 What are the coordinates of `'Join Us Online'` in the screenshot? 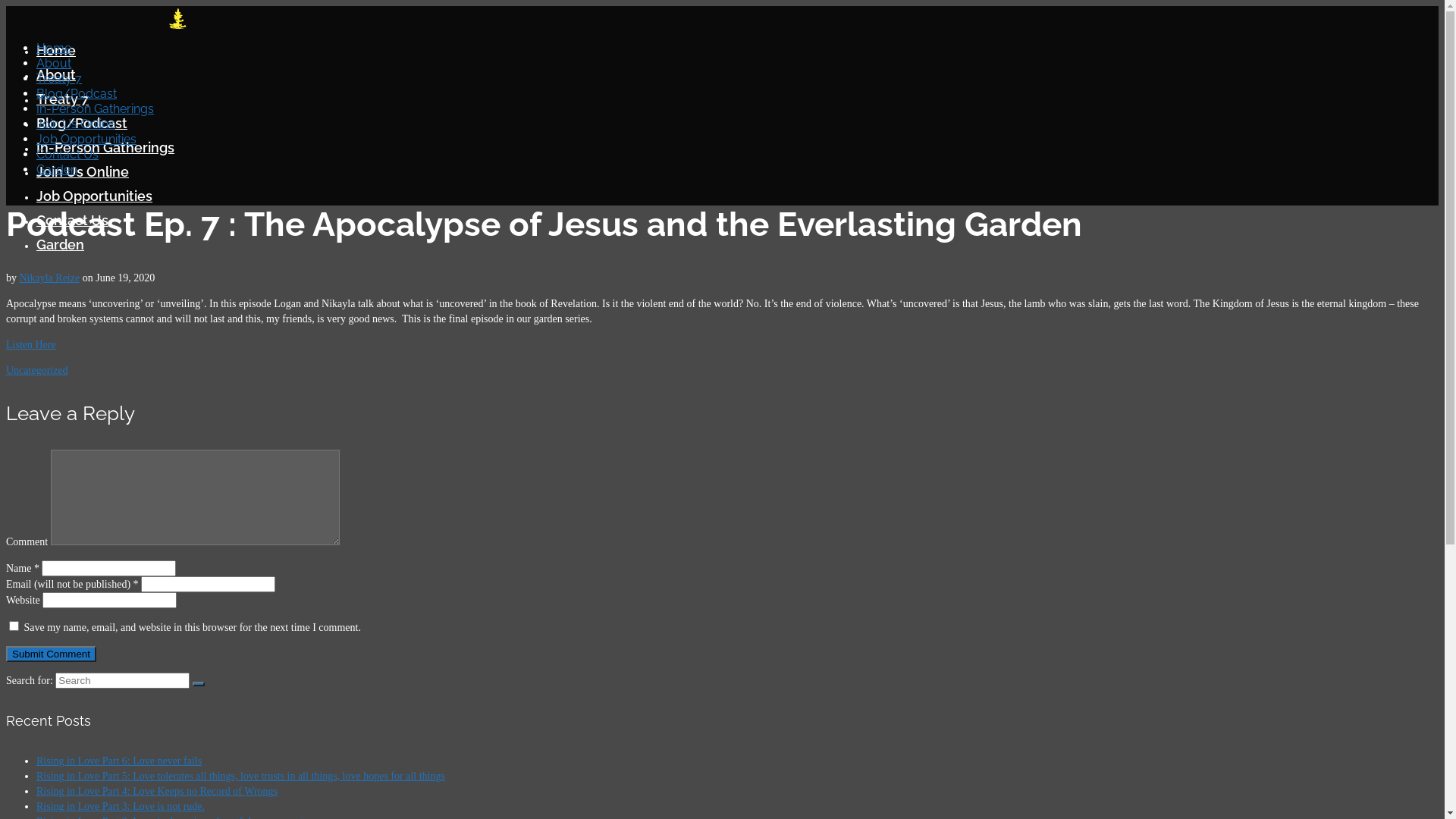 It's located at (75, 123).